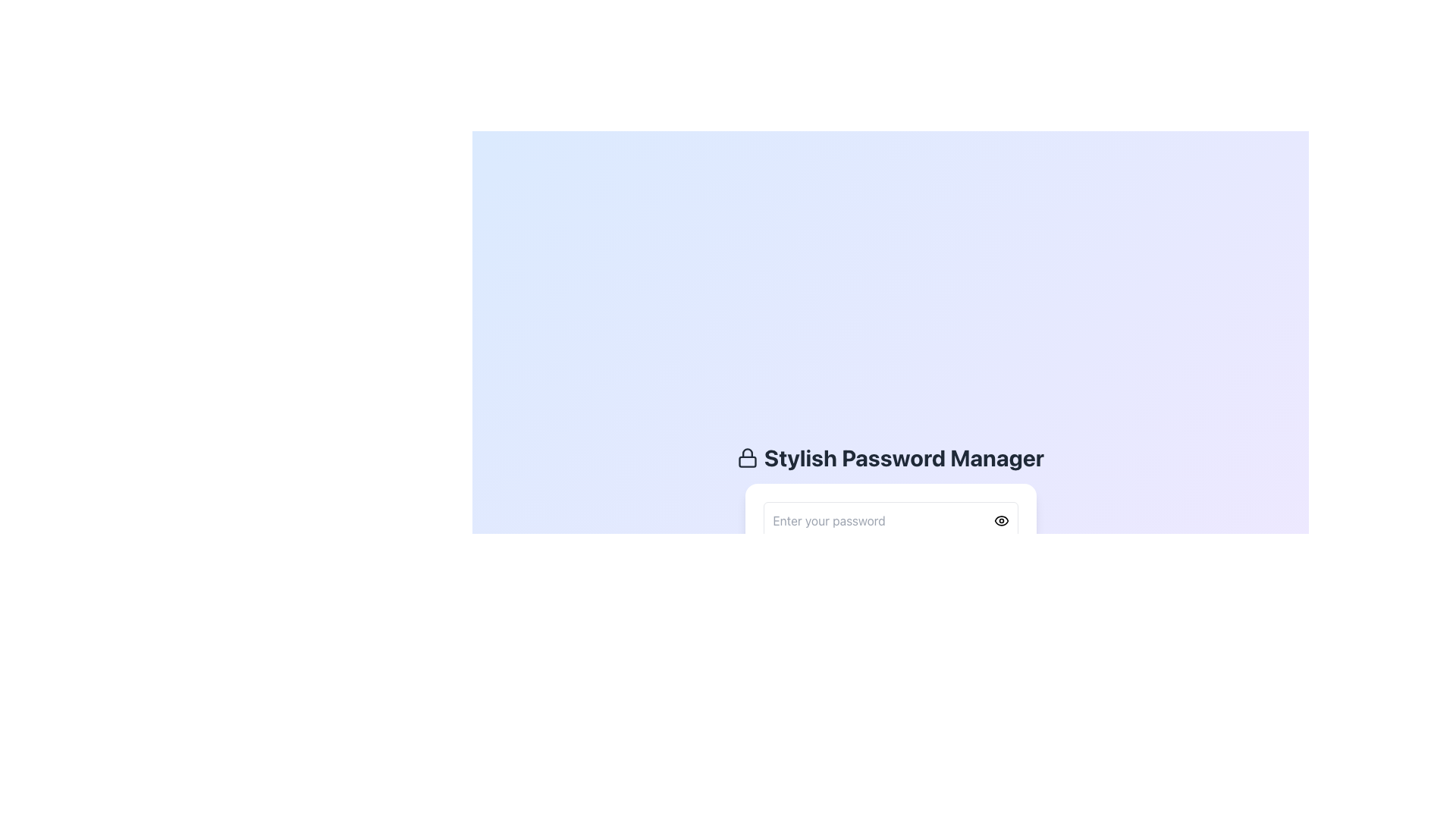 The width and height of the screenshot is (1456, 819). I want to click on the arc of the lock graphic in the header section, which symbolizes security for the 'Stylish Password Manager', so click(747, 452).